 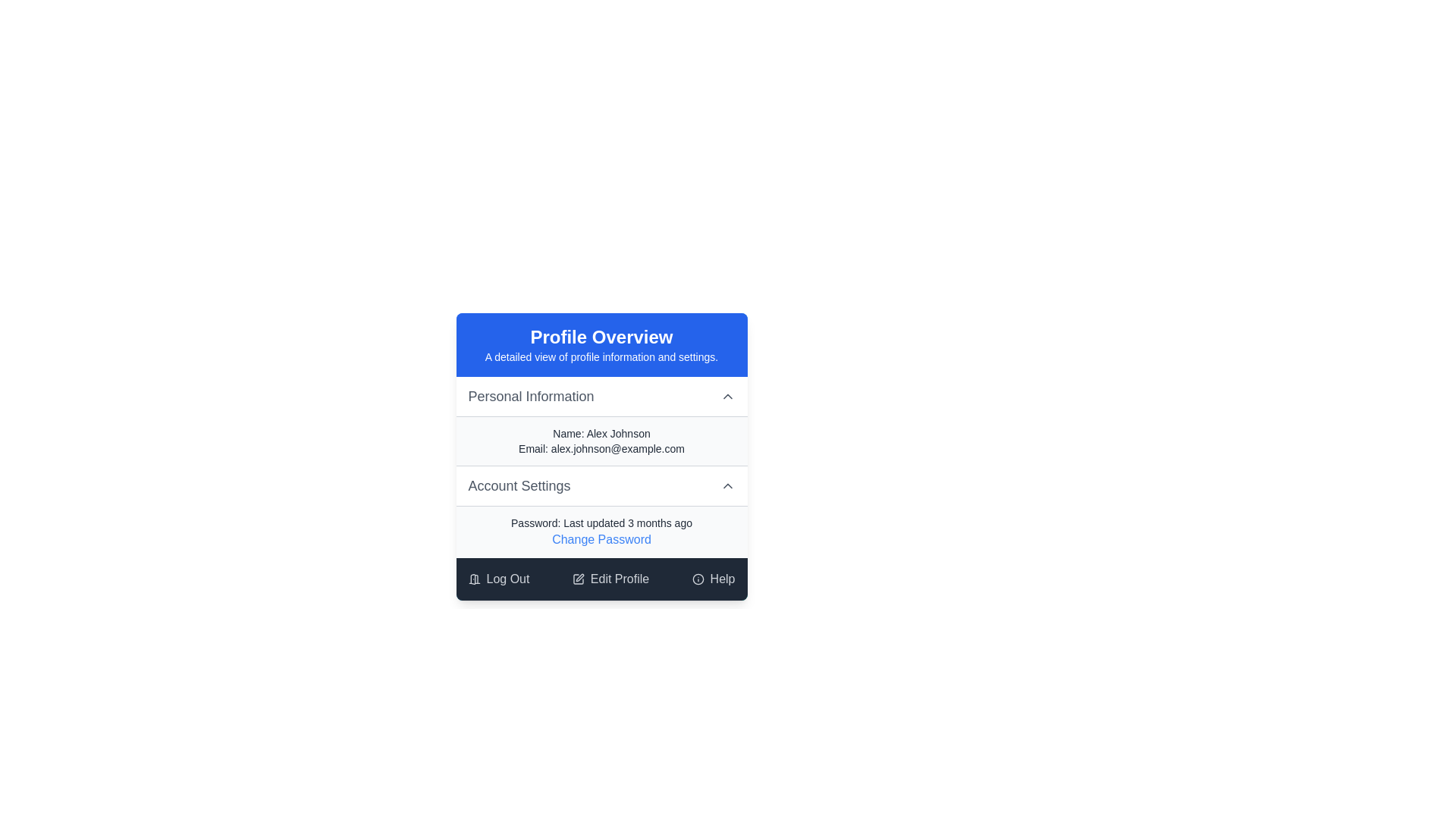 I want to click on the 'Change Password' hyperlink located below the text 'Password: Last updated 3 months ago' in the 'Account Settings' section, so click(x=601, y=539).